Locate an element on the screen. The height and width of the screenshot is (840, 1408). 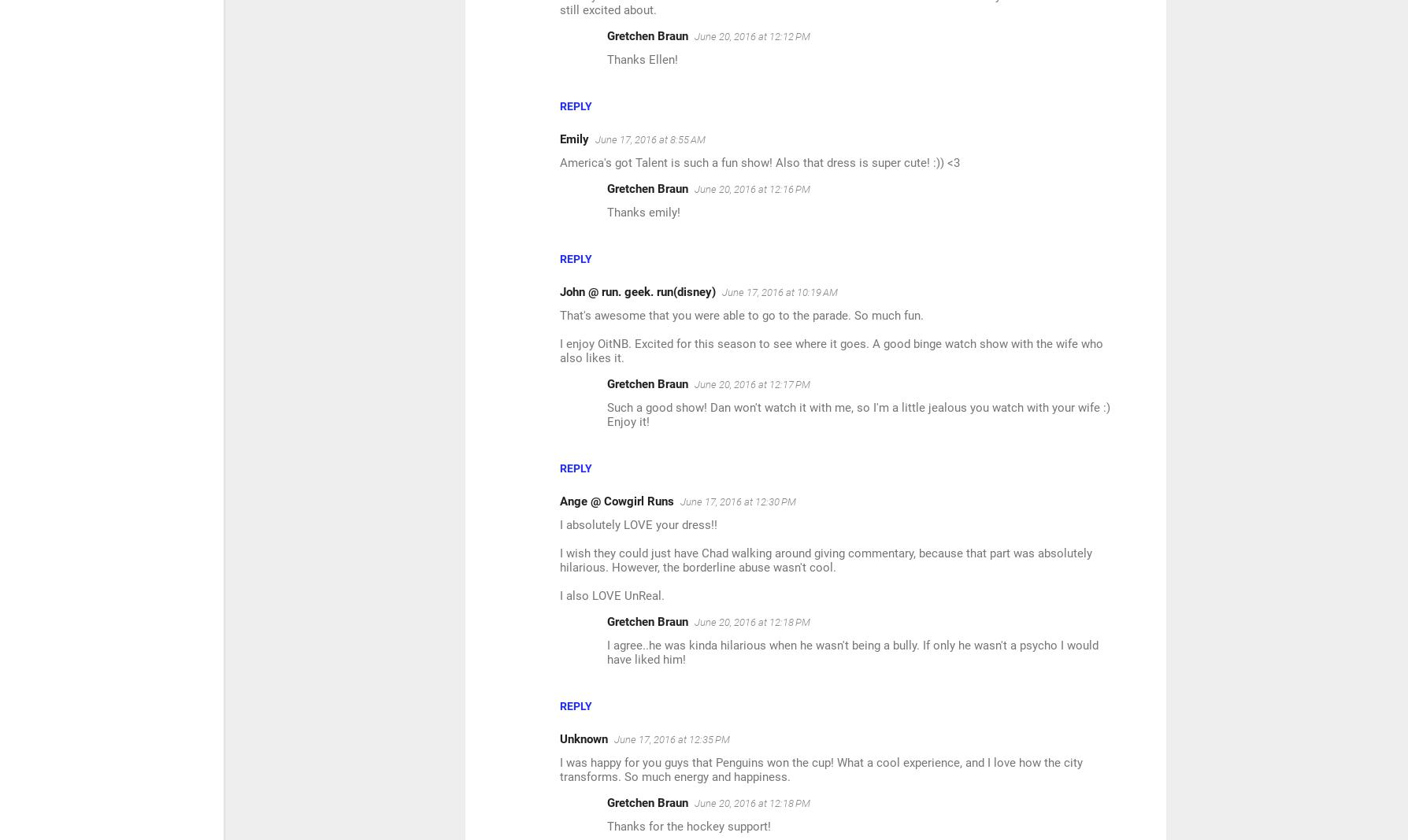
'Emily' is located at coordinates (573, 139).